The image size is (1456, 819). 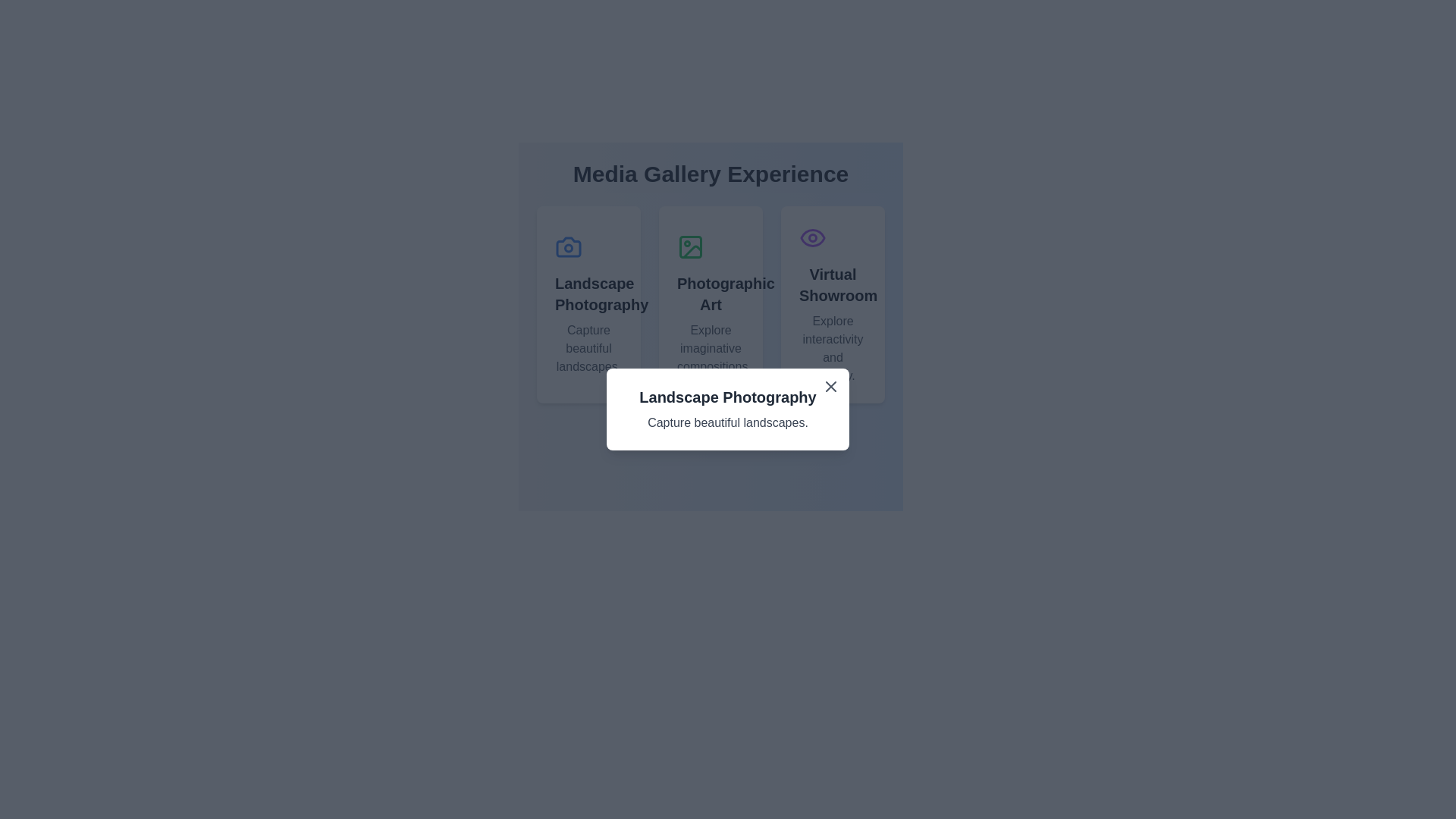 I want to click on the 'Landscape Photography' interactive card, which has a blue camera icon and a modern design, so click(x=588, y=304).